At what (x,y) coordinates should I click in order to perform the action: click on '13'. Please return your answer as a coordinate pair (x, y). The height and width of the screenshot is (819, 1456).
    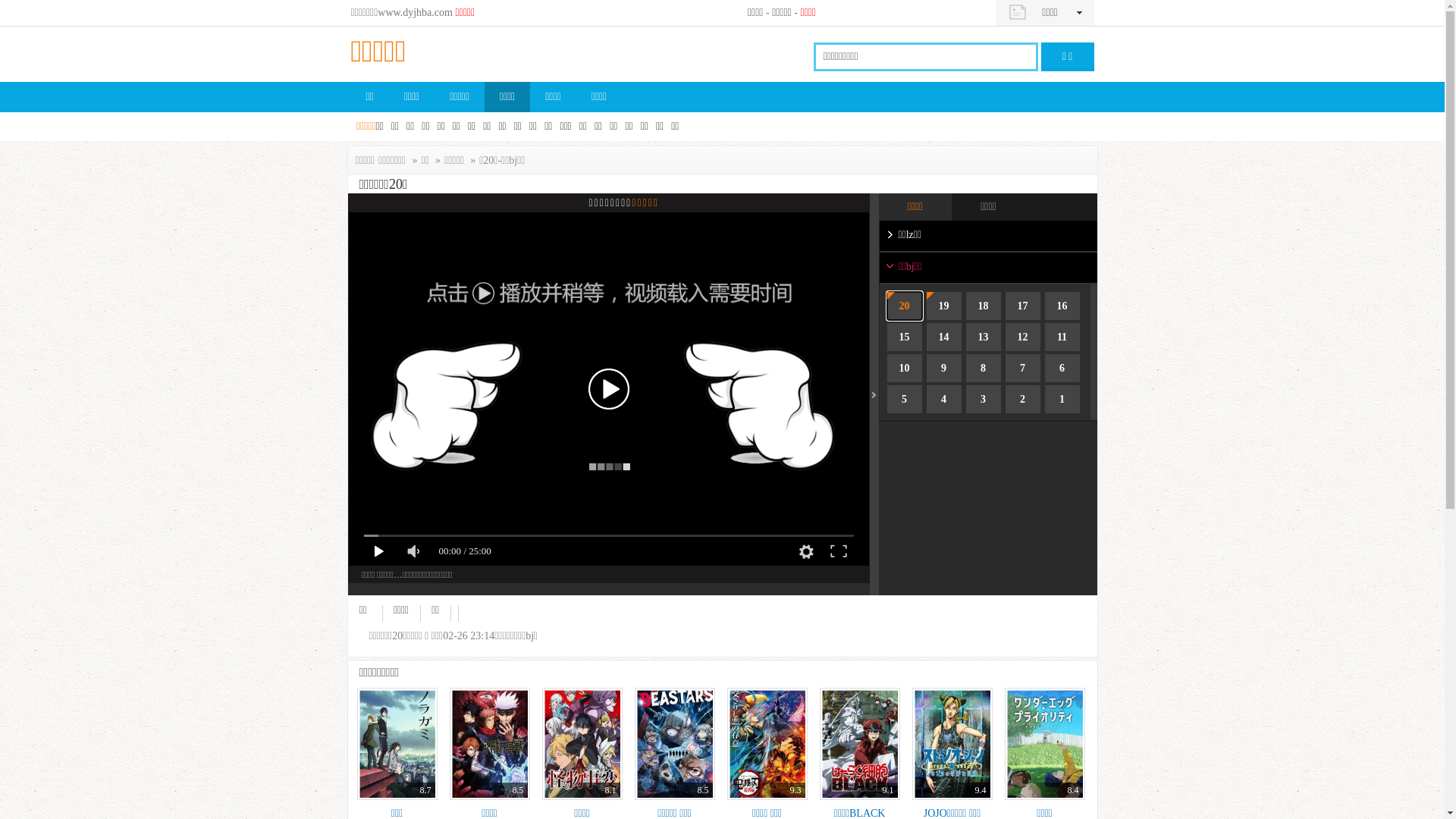
    Looking at the image, I should click on (983, 336).